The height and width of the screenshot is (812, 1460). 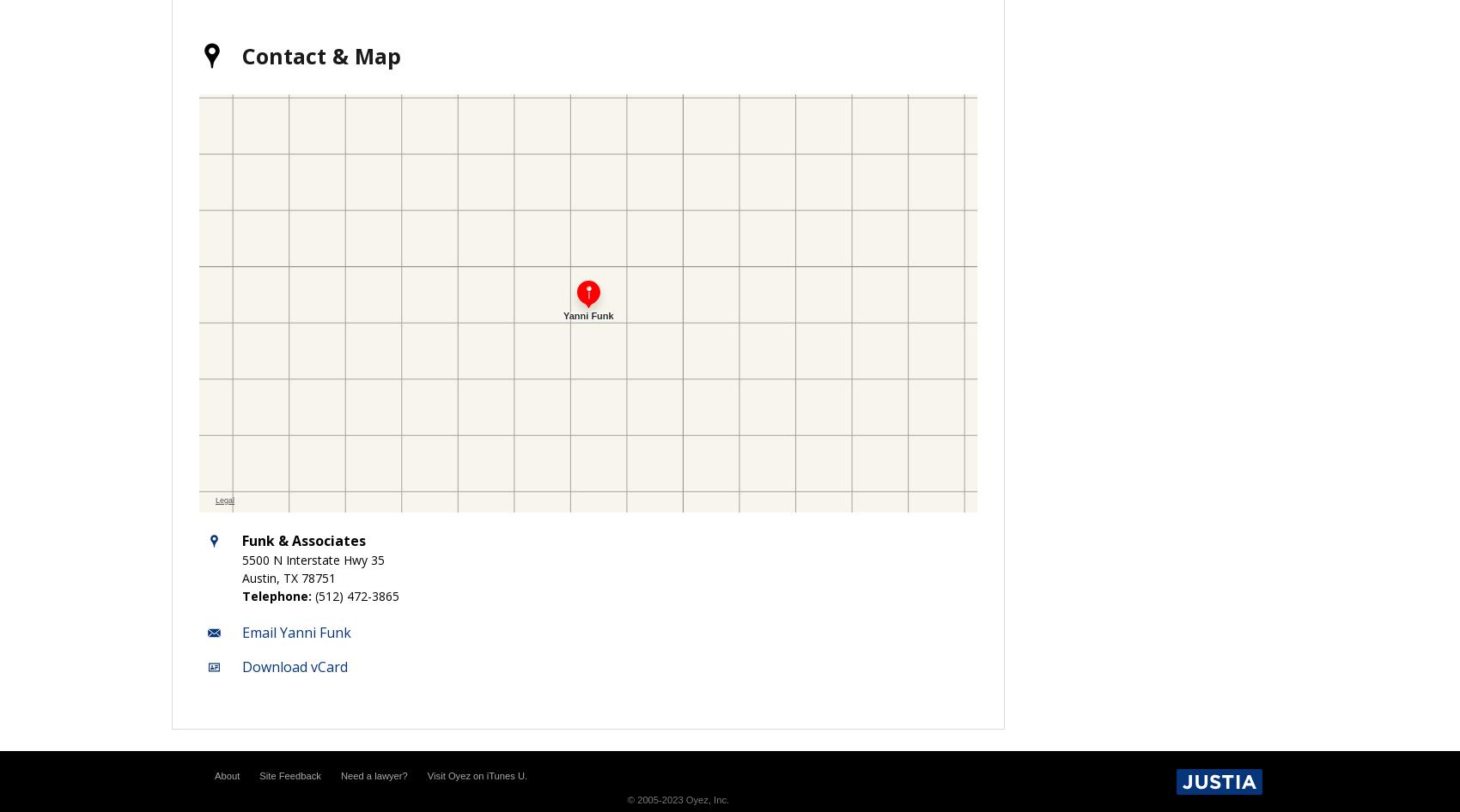 What do you see at coordinates (294, 665) in the screenshot?
I see `'Download vCard'` at bounding box center [294, 665].